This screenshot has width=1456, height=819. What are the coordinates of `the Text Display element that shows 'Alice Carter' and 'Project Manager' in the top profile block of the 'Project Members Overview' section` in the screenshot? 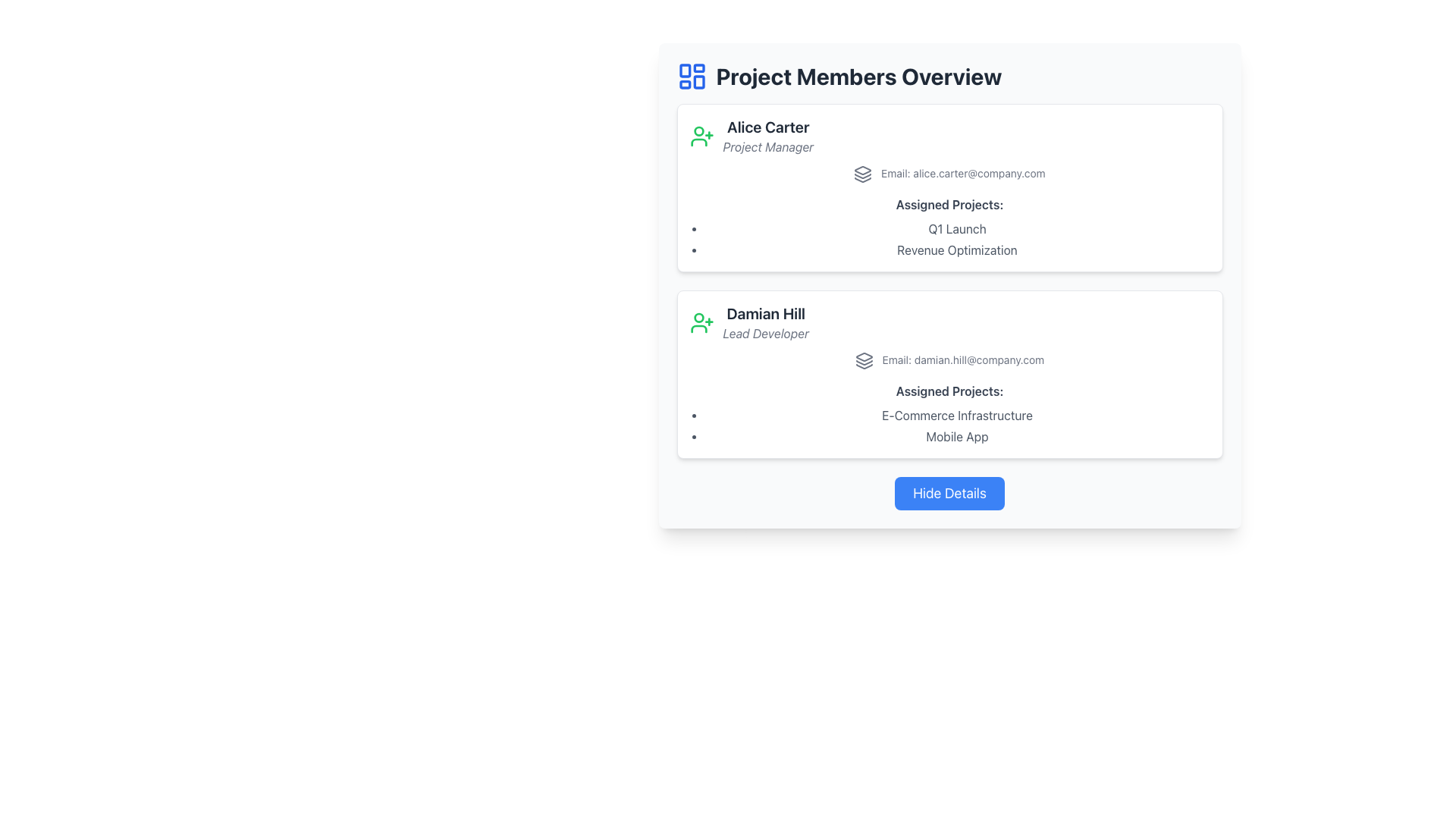 It's located at (768, 136).